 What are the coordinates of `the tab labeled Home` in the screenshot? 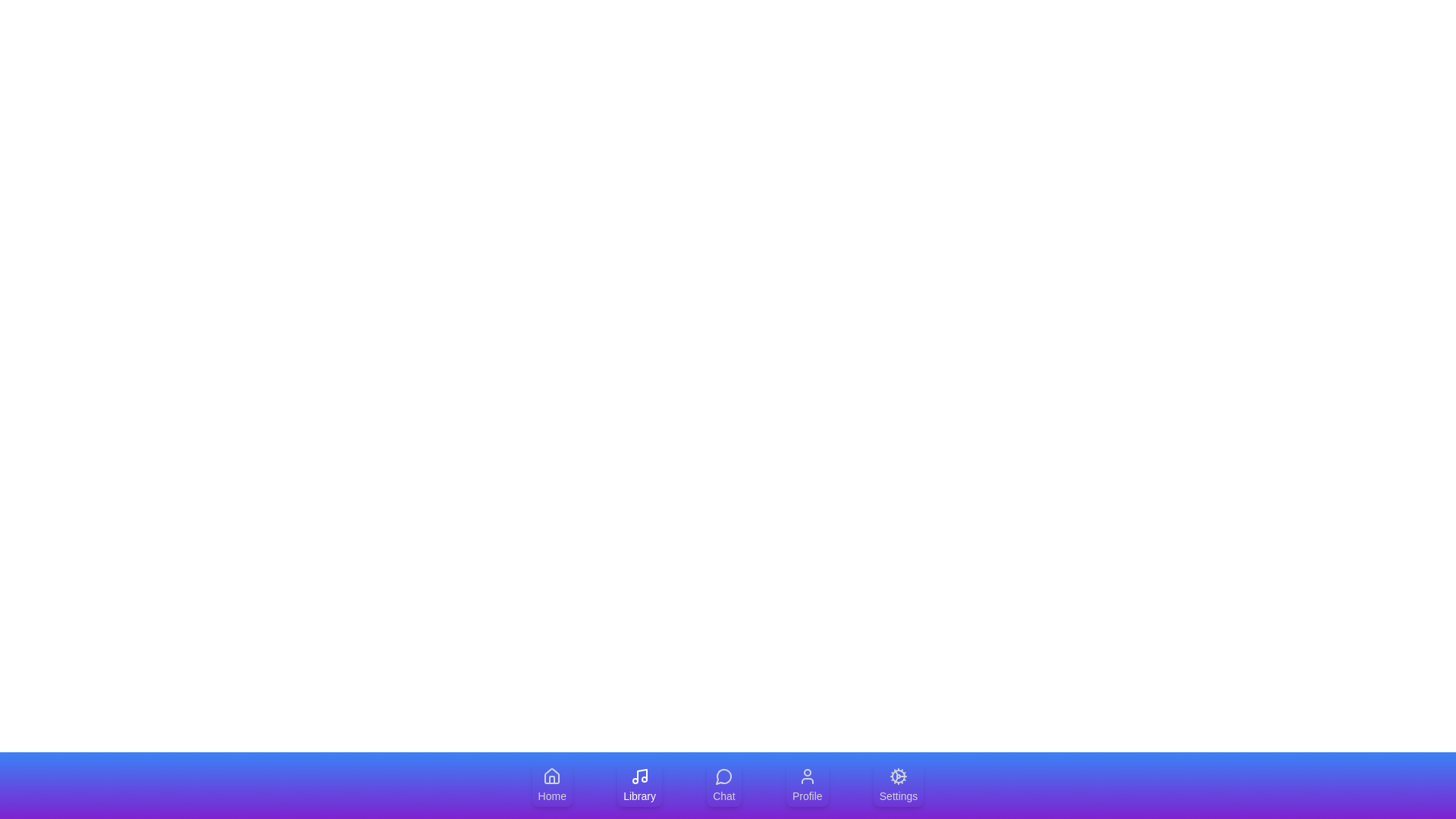 It's located at (551, 785).